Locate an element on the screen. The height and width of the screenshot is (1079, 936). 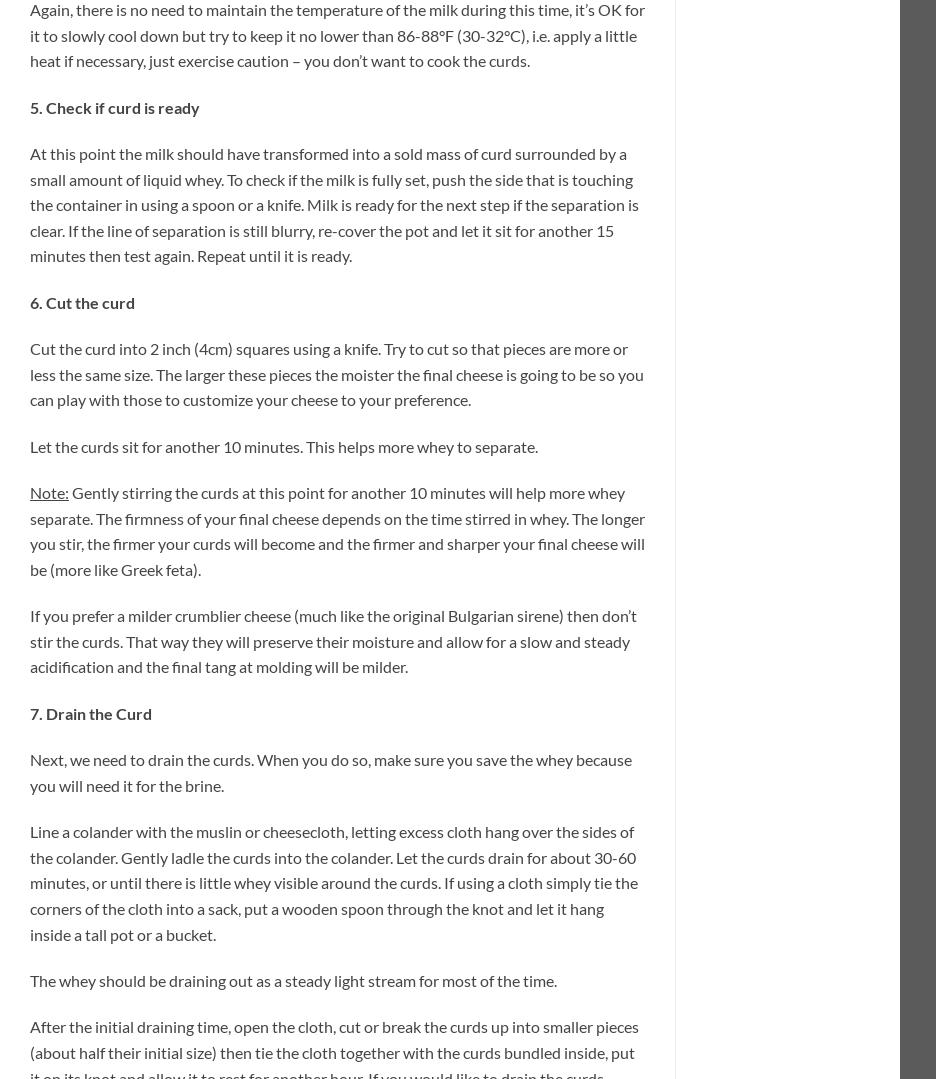
'The whey should be draining out as a steady light stream for most of the time.' is located at coordinates (293, 978).